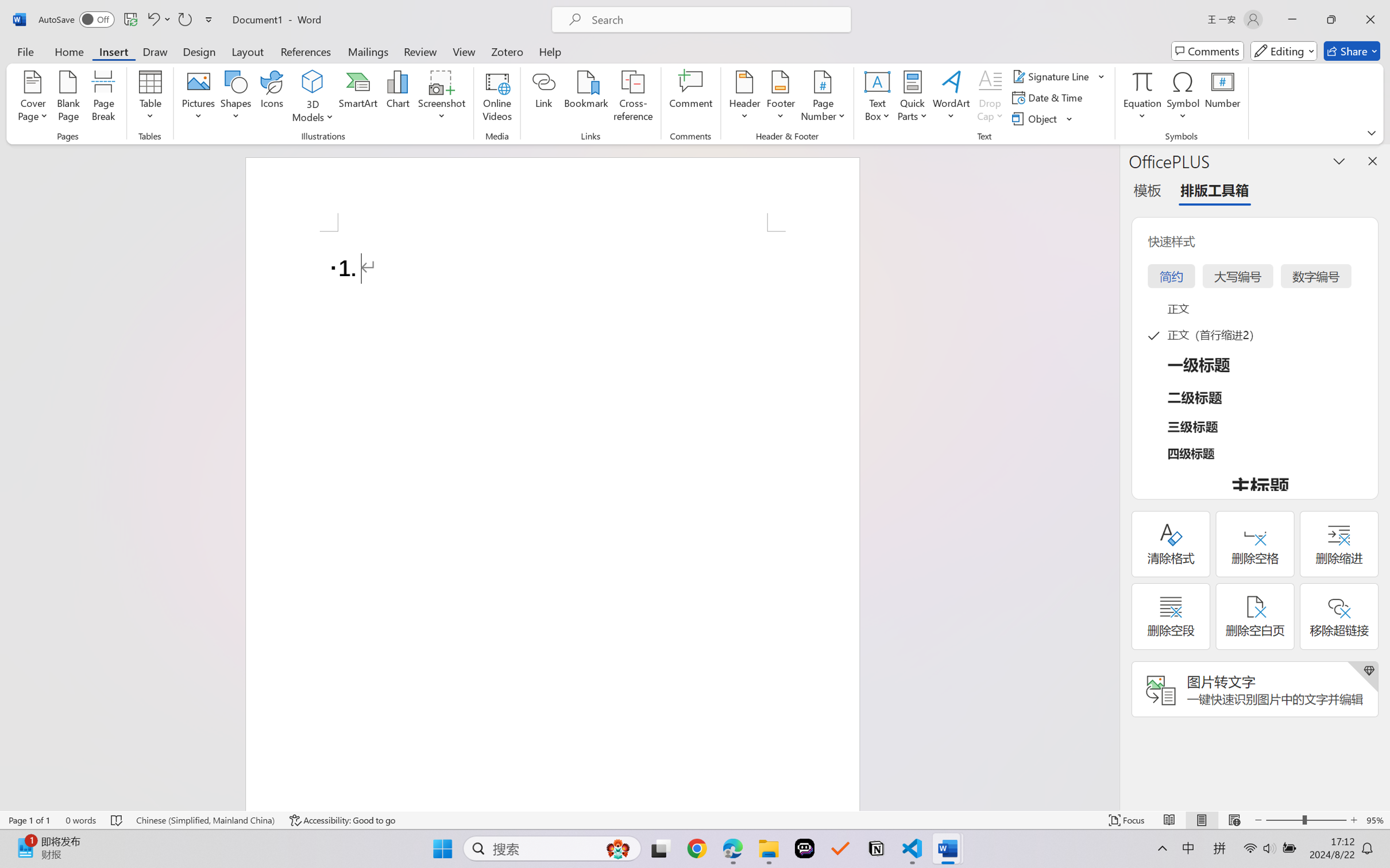  What do you see at coordinates (913, 98) in the screenshot?
I see `'Quick Parts'` at bounding box center [913, 98].